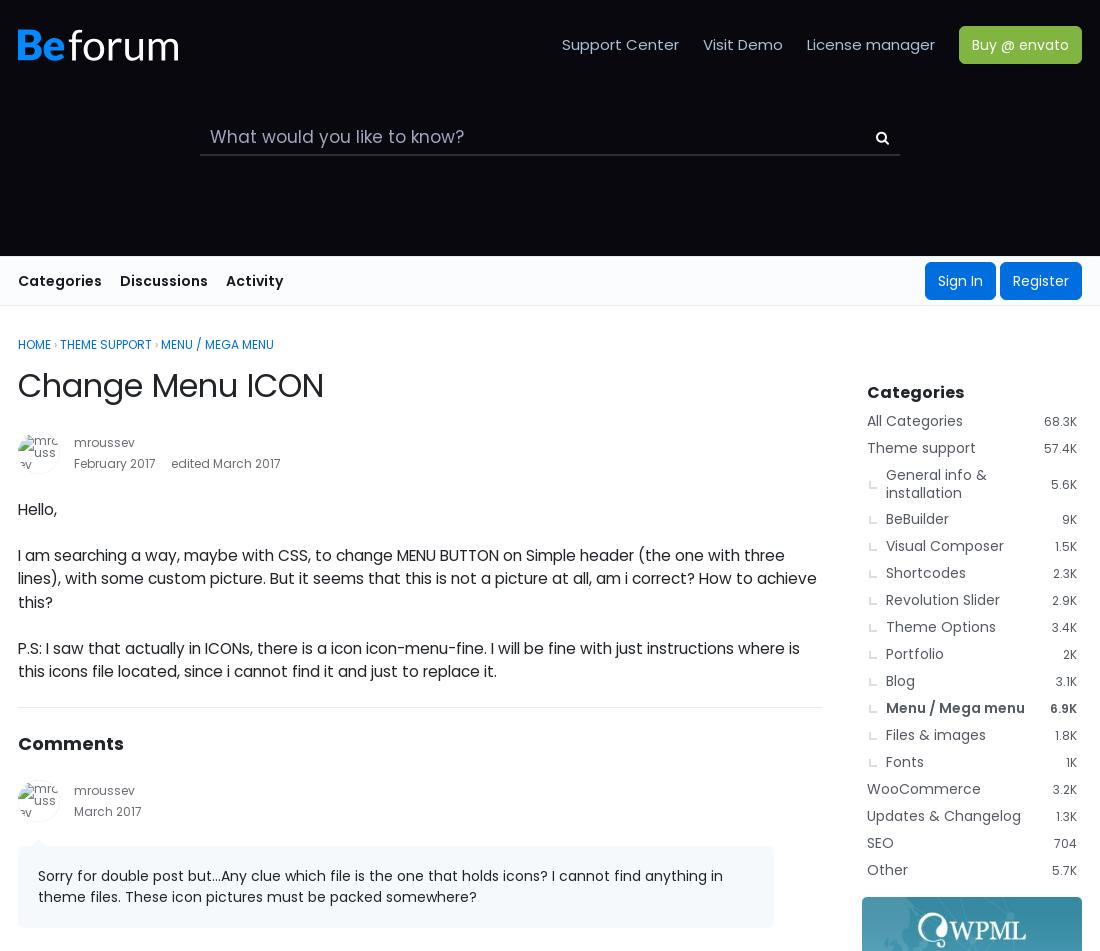  What do you see at coordinates (36, 884) in the screenshot?
I see `'Sorry for double post but...Any clue which file is the one that holds icons? I cannot find anything in theme files. These icon pictures must be packed somewhere?'` at bounding box center [36, 884].